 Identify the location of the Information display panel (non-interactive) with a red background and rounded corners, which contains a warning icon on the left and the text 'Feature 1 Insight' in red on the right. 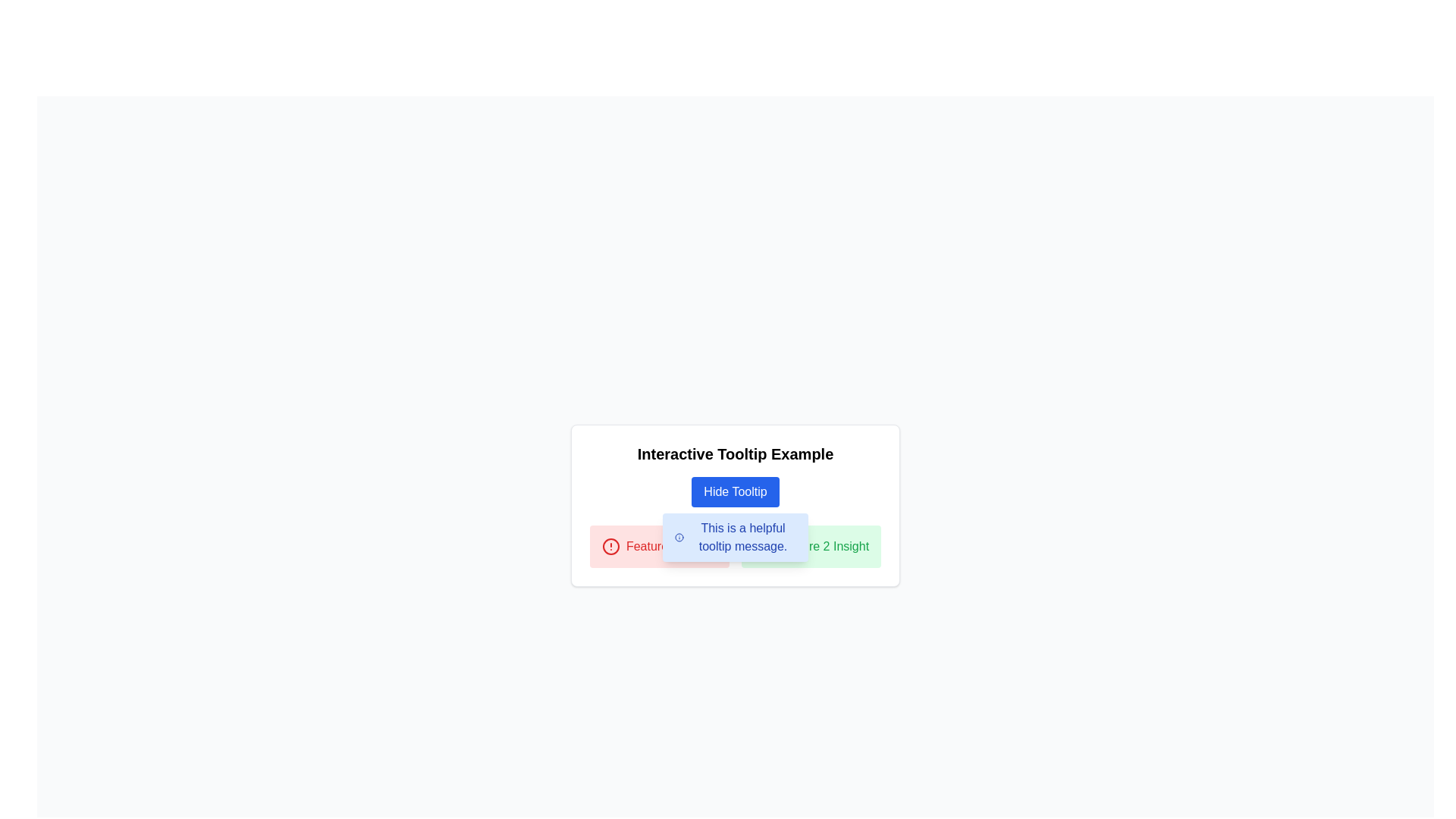
(659, 547).